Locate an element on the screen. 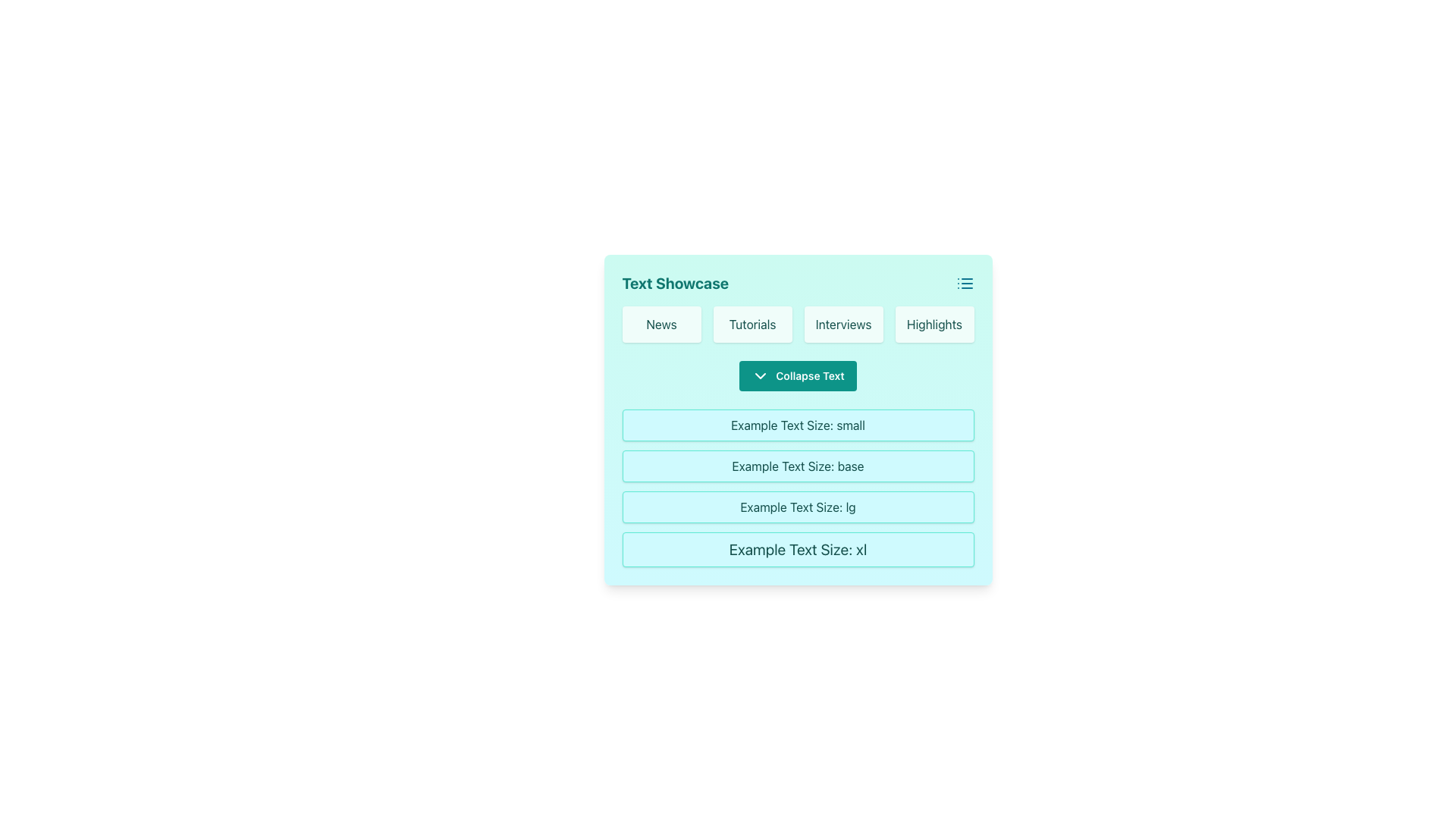 The image size is (1456, 819). the 'News' button located below the 'Text Showcase' heading, which is the first button in a row of four interactive buttons is located at coordinates (661, 324).